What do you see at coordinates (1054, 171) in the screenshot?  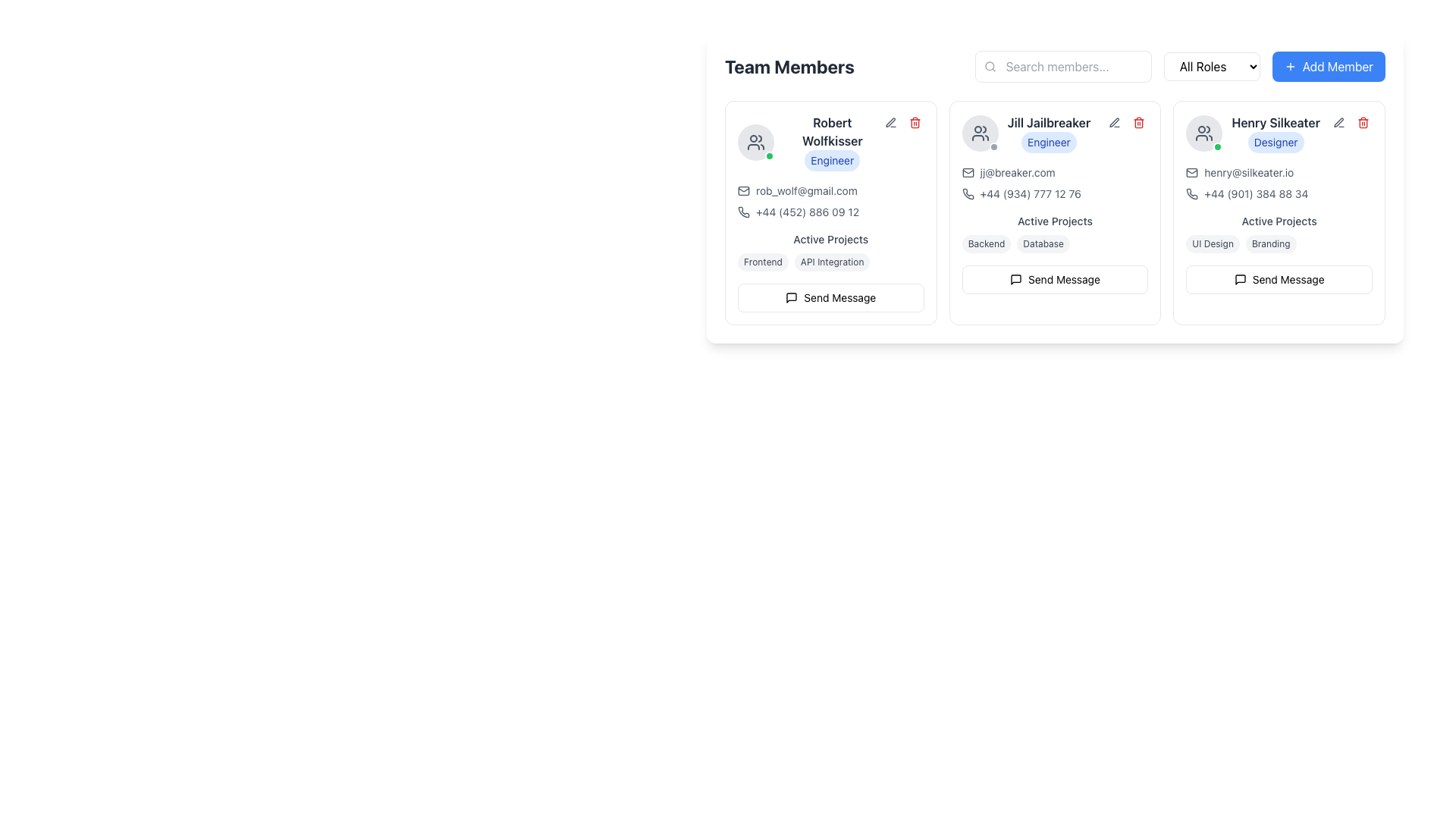 I see `the Email link displaying the address 'jj@breaker.com' located beneath Jill Jailbreaker's name in the team members section` at bounding box center [1054, 171].